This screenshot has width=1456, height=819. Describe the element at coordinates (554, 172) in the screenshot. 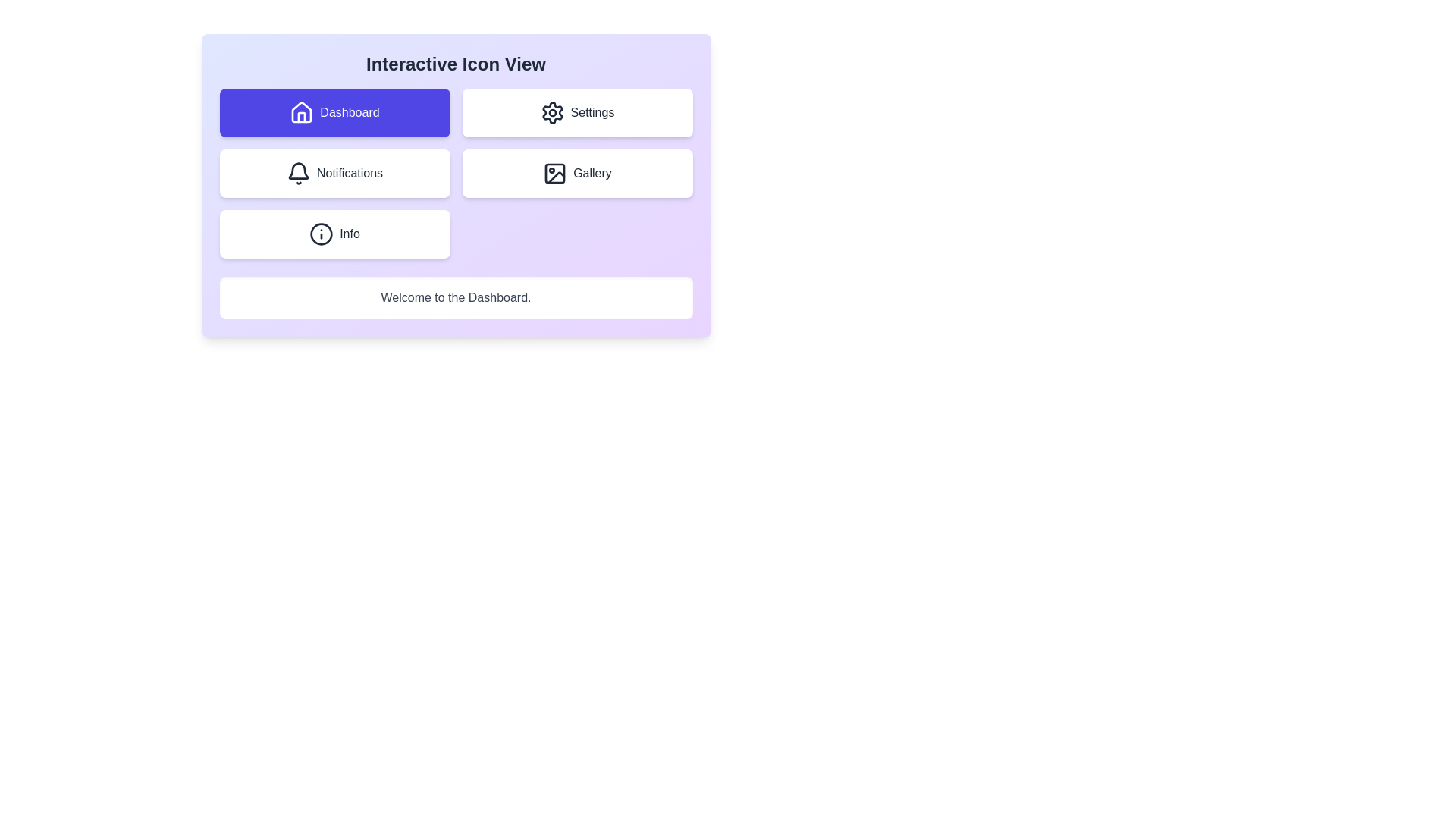

I see `the SVG rectangle element that is part of the 'Gallery' button, located in the second row, second column of the grid layout, which serves a decorative purpose for the gallery icon` at that location.